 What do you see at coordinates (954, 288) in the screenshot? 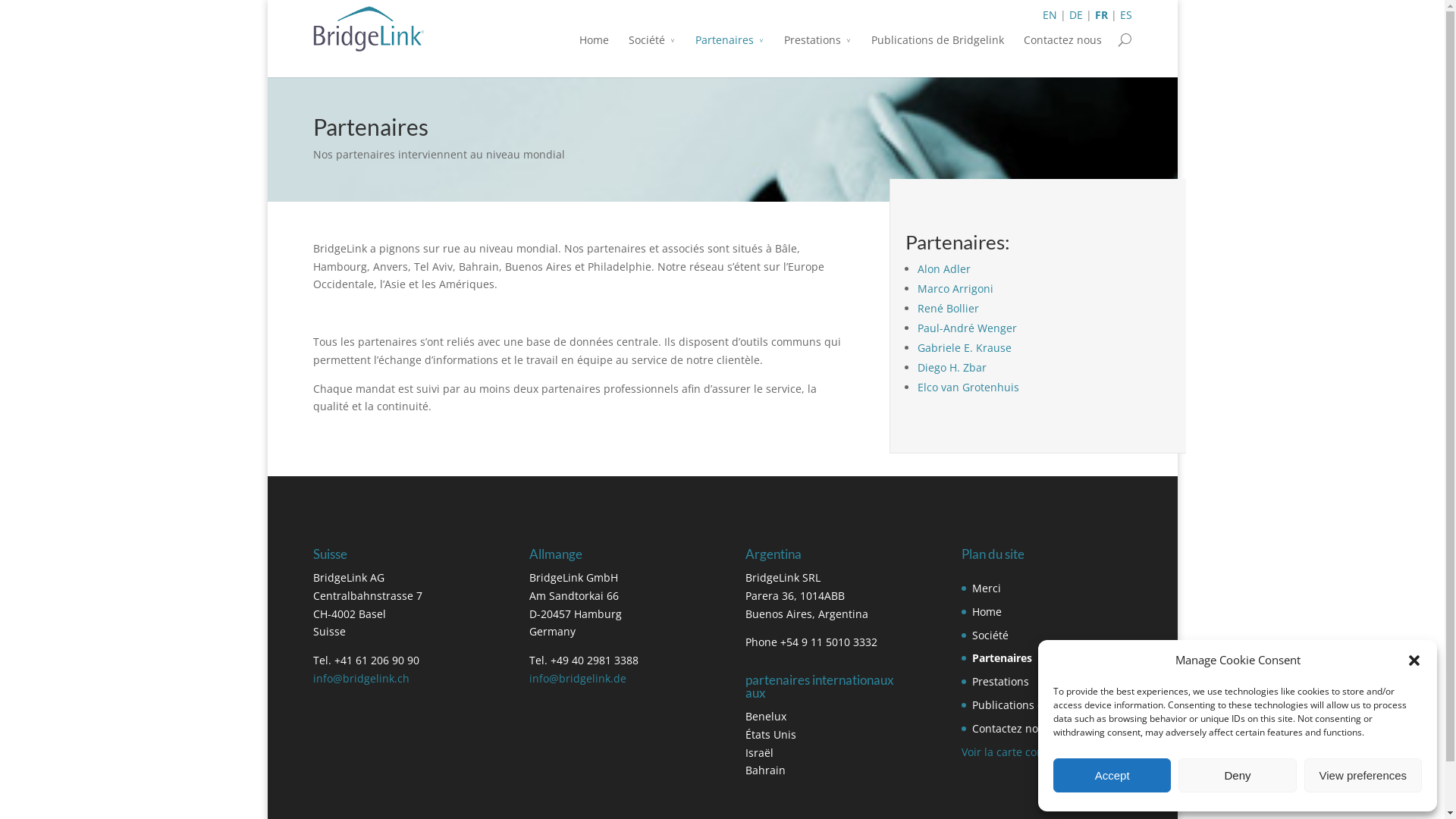
I see `'Marco Arrigoni'` at bounding box center [954, 288].